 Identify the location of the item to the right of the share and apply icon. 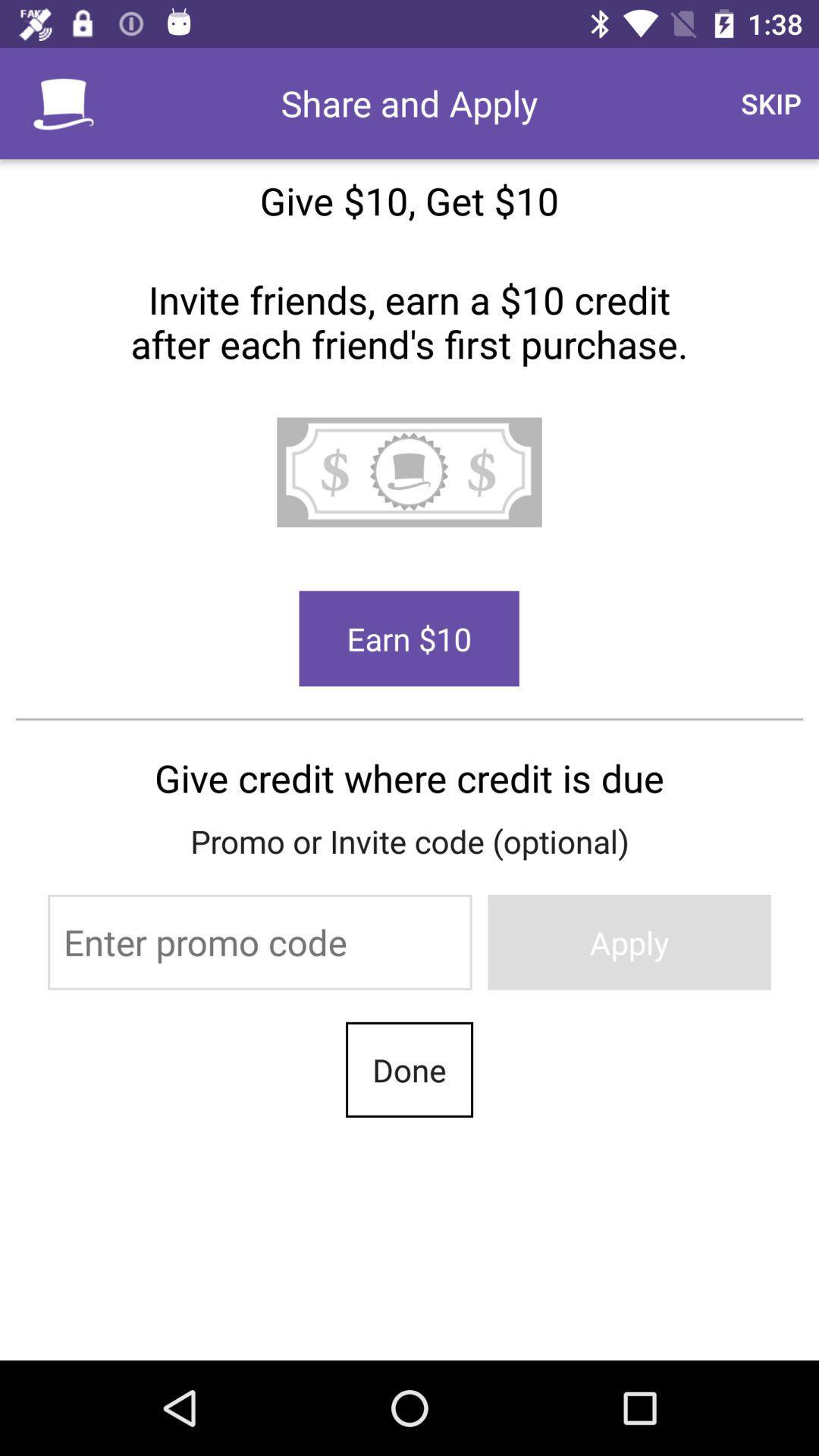
(771, 102).